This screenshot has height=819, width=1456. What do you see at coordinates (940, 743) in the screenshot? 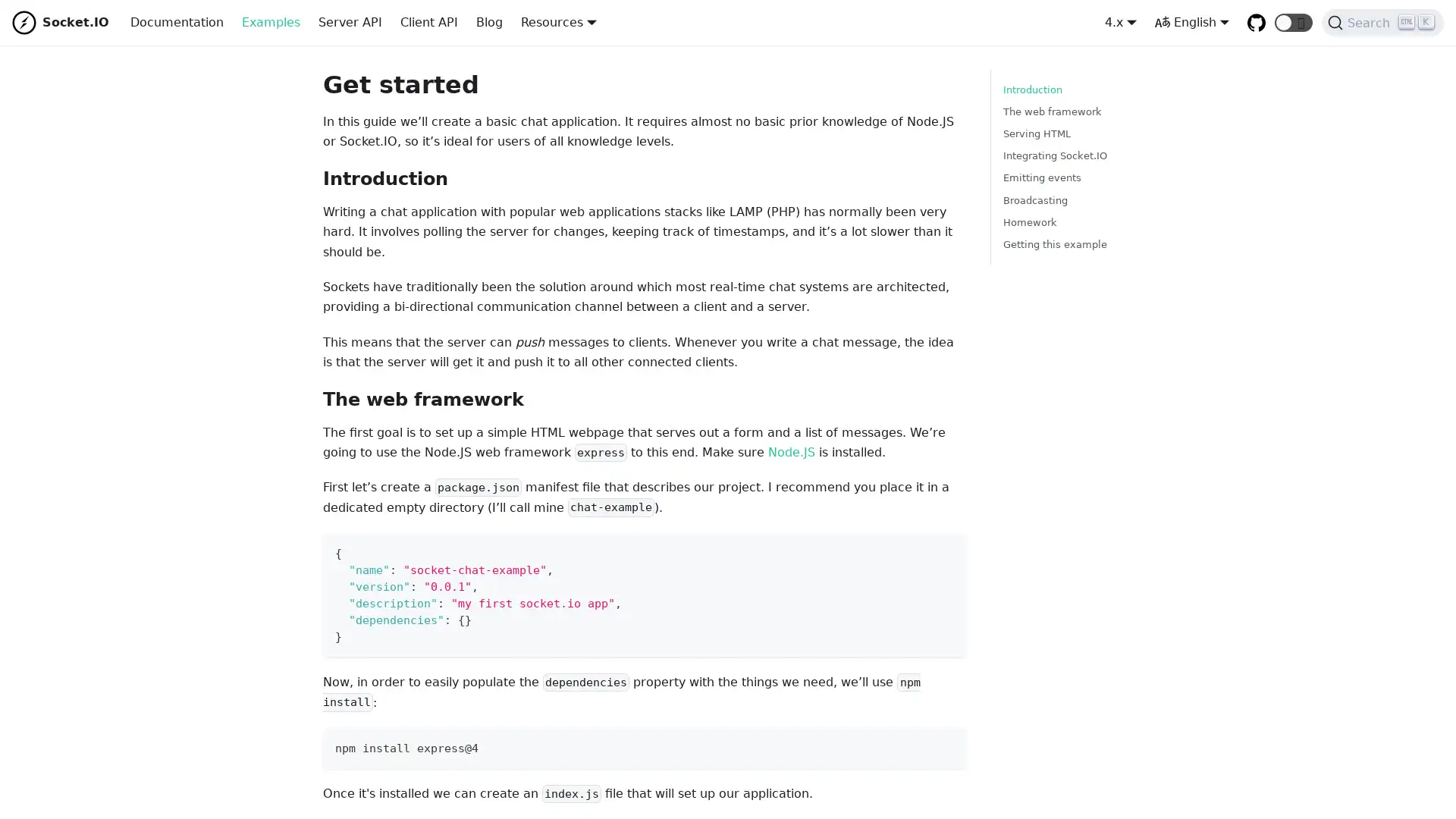
I see `Copy code to clipboard` at bounding box center [940, 743].